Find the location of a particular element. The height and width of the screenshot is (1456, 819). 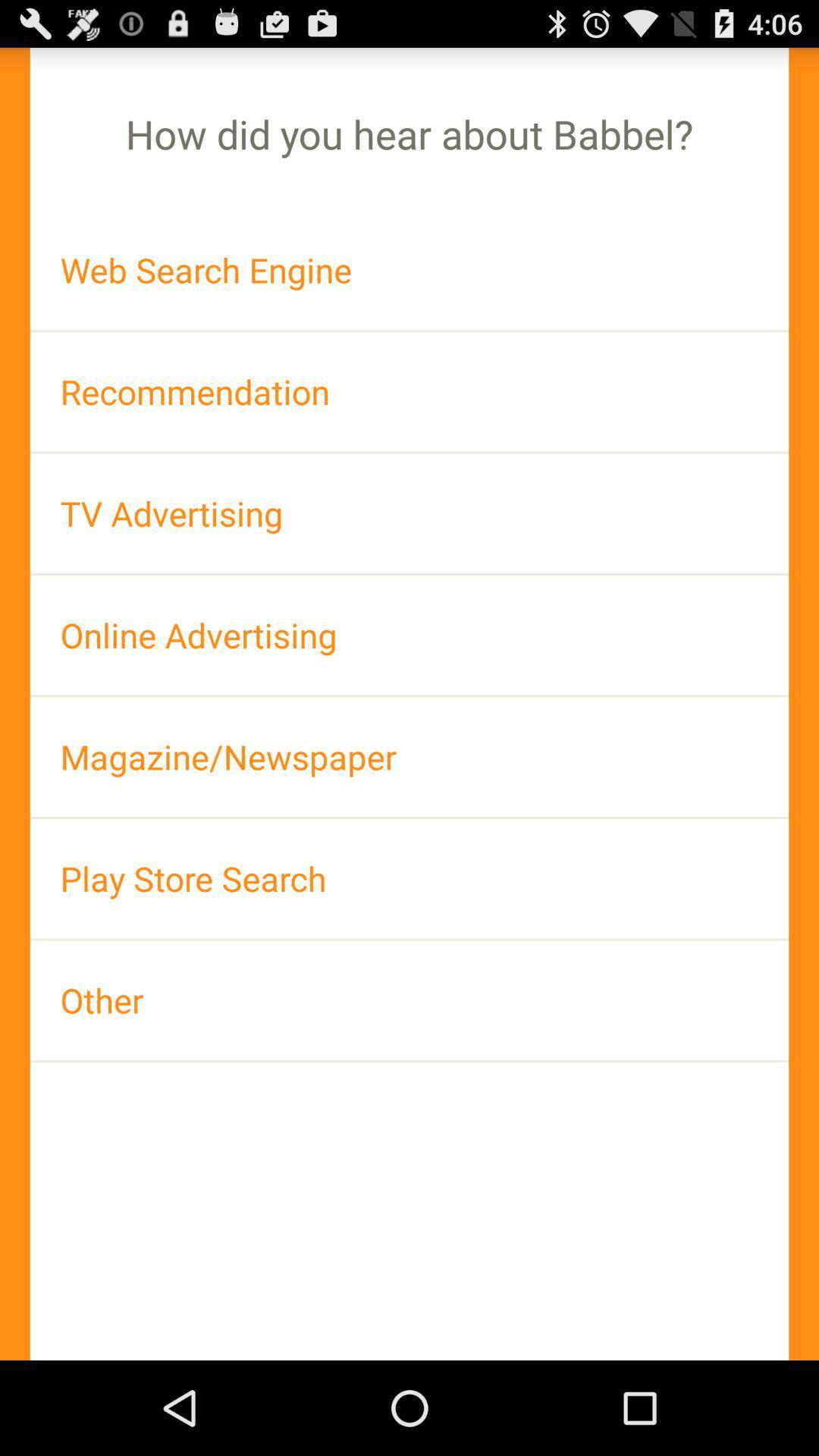

magazine/newspaper item is located at coordinates (409, 757).